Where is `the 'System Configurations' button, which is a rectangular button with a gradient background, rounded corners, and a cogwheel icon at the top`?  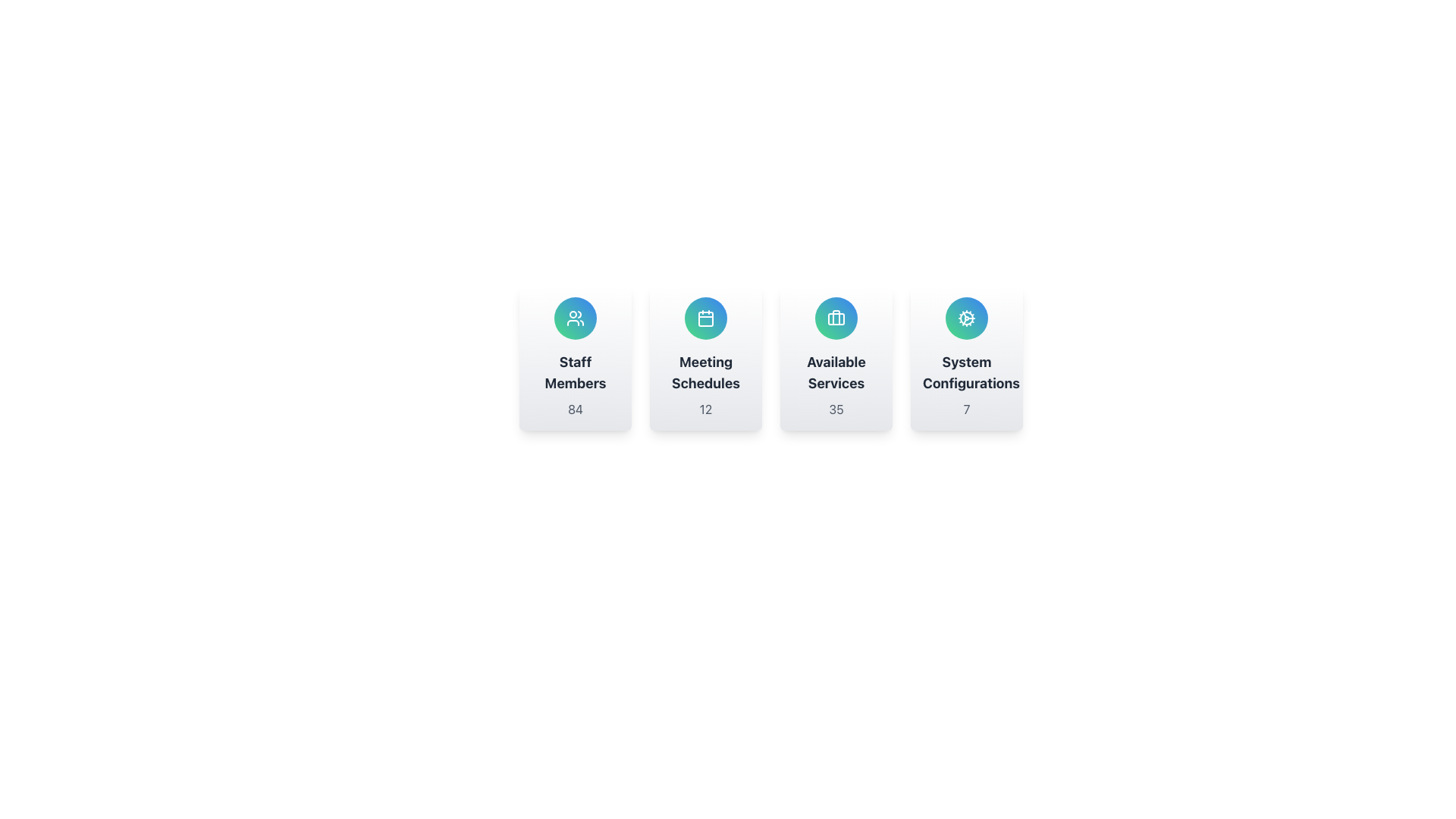
the 'System Configurations' button, which is a rectangular button with a gradient background, rounded corners, and a cogwheel icon at the top is located at coordinates (966, 357).